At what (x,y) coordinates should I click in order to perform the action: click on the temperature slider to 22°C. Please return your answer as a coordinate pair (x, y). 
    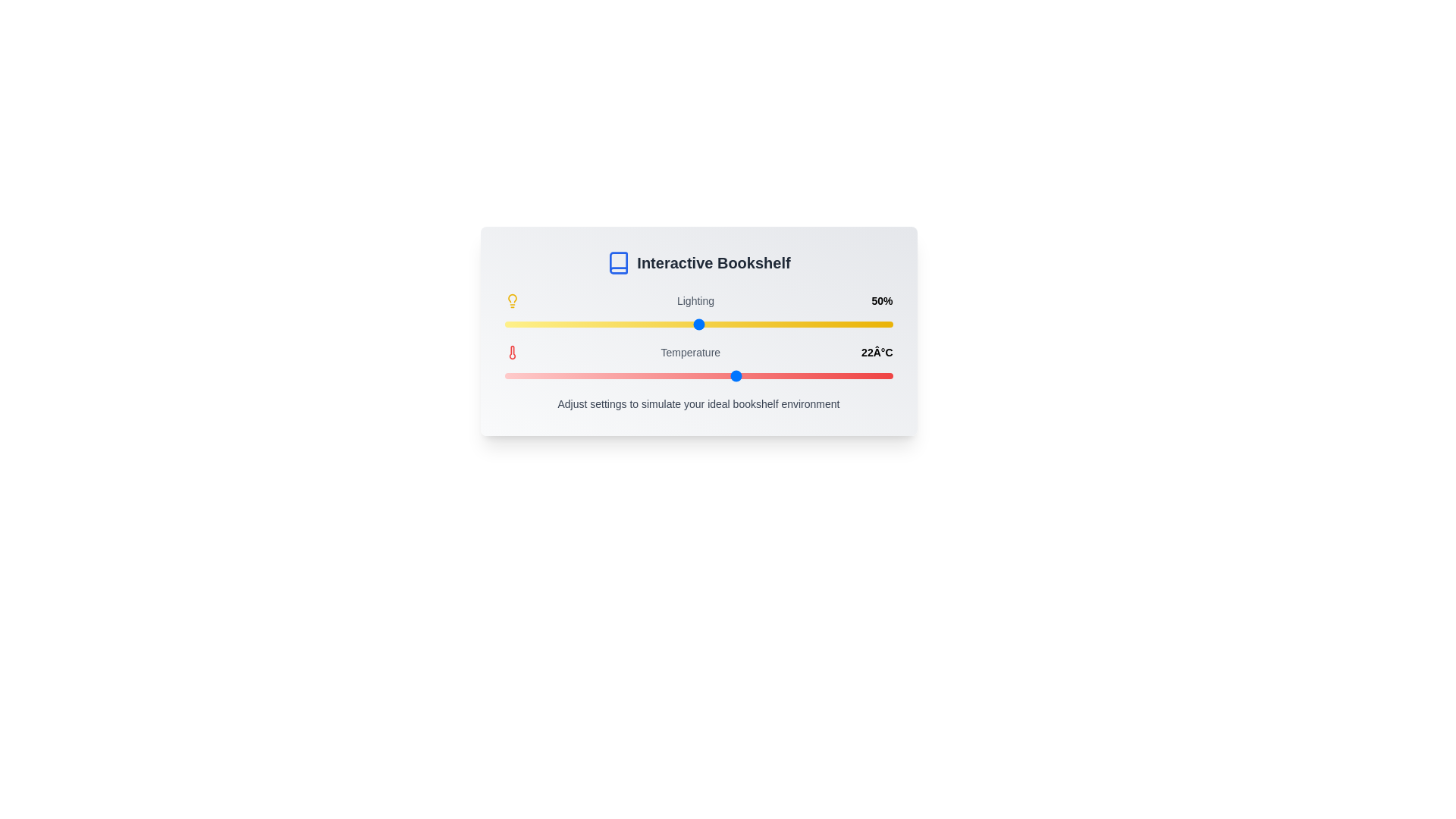
    Looking at the image, I should click on (737, 375).